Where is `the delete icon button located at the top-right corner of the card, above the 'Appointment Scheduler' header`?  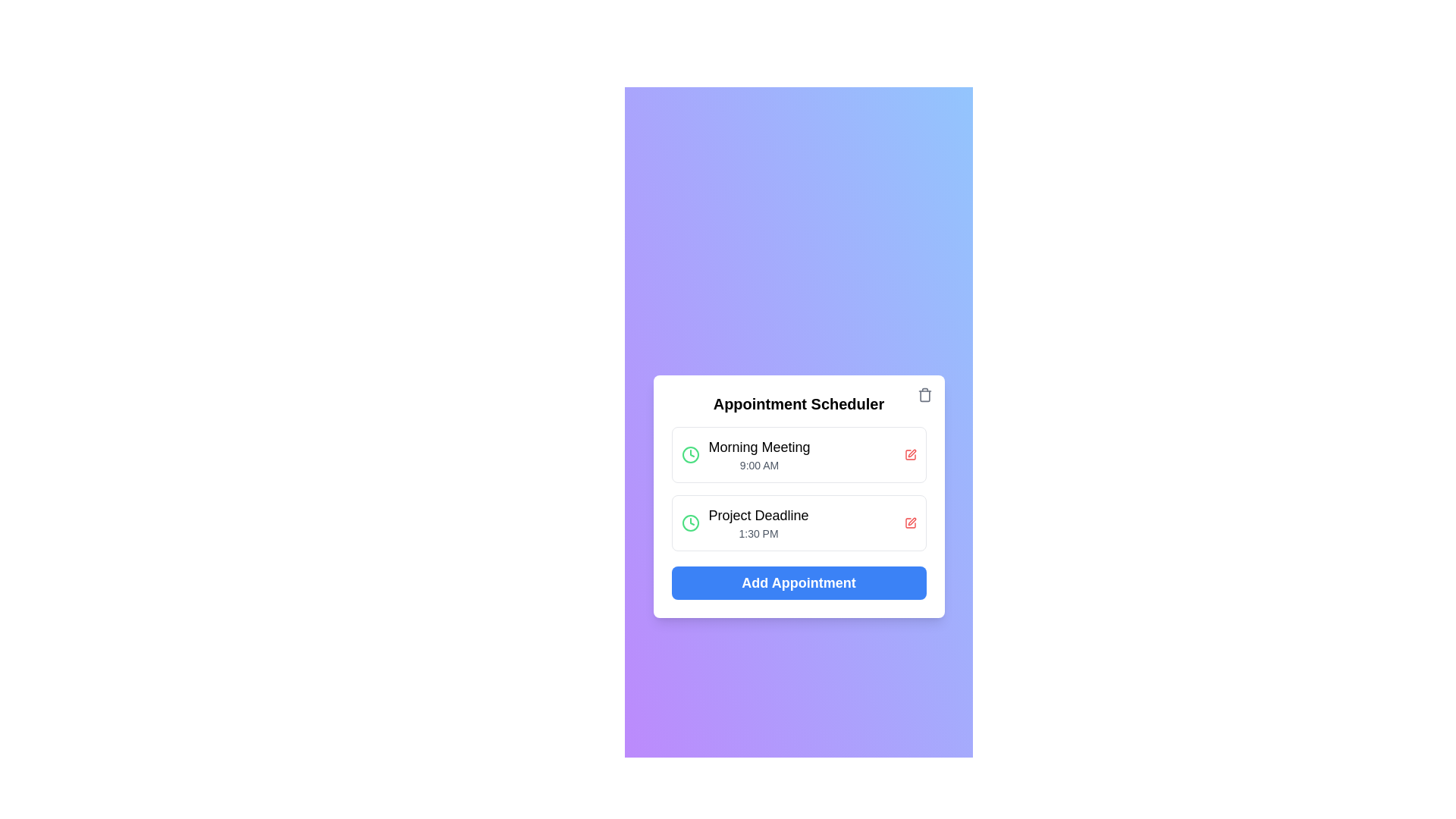 the delete icon button located at the top-right corner of the card, above the 'Appointment Scheduler' header is located at coordinates (924, 394).